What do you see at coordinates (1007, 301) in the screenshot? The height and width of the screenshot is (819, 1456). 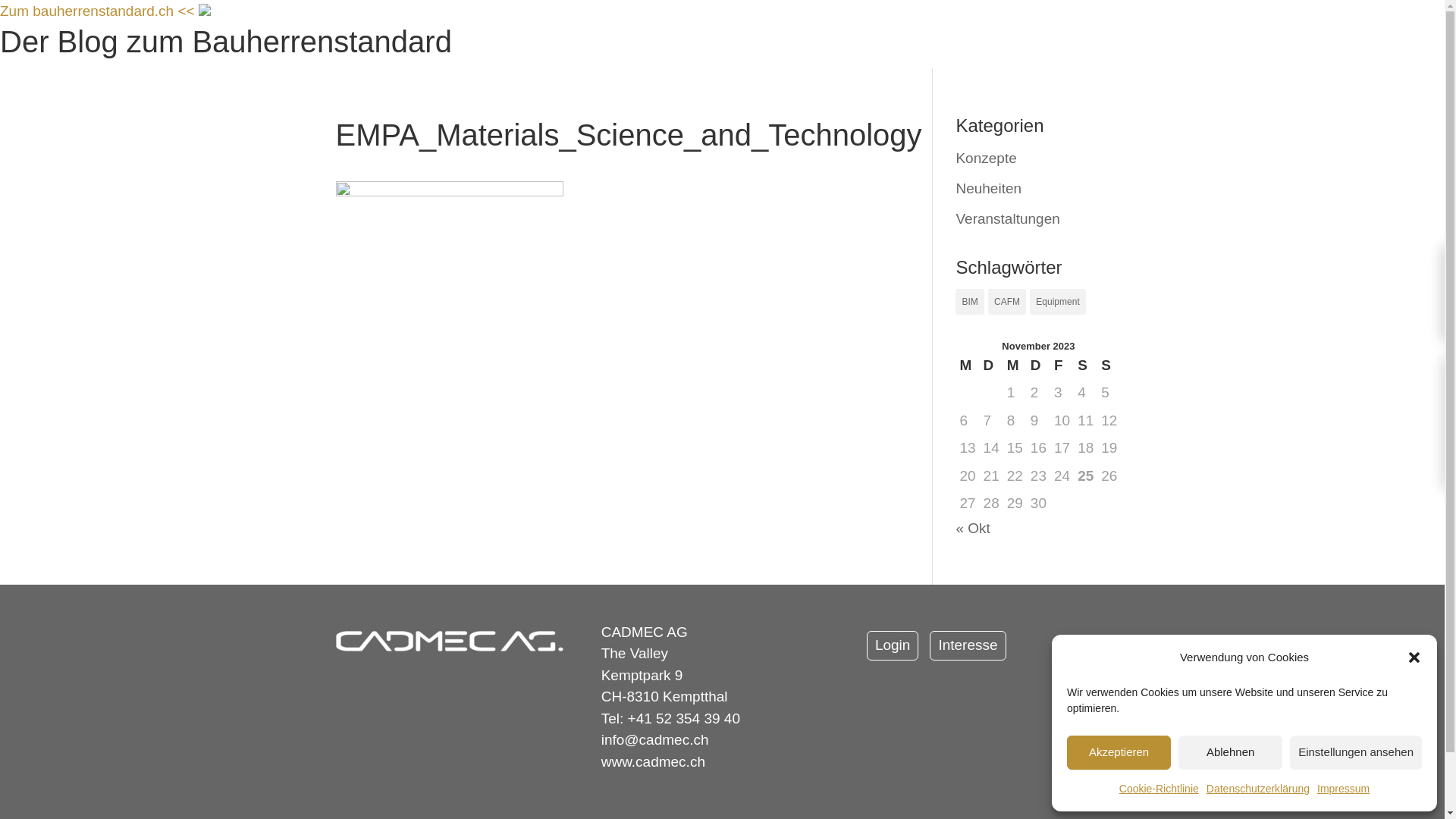 I see `'CAFM'` at bounding box center [1007, 301].